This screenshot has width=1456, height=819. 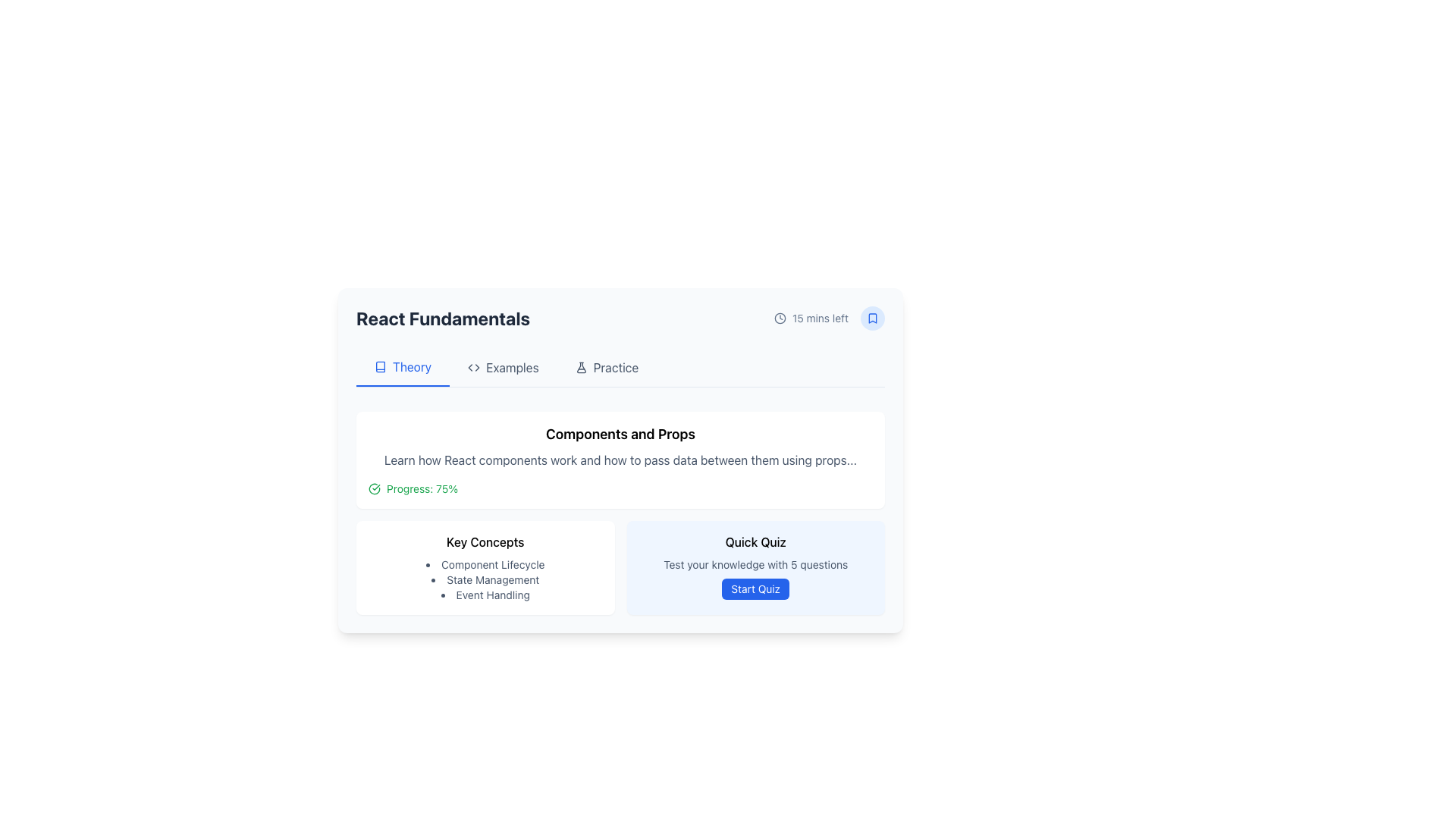 I want to click on the bookmark icon located at the top-right corner of the user interface, so click(x=873, y=318).